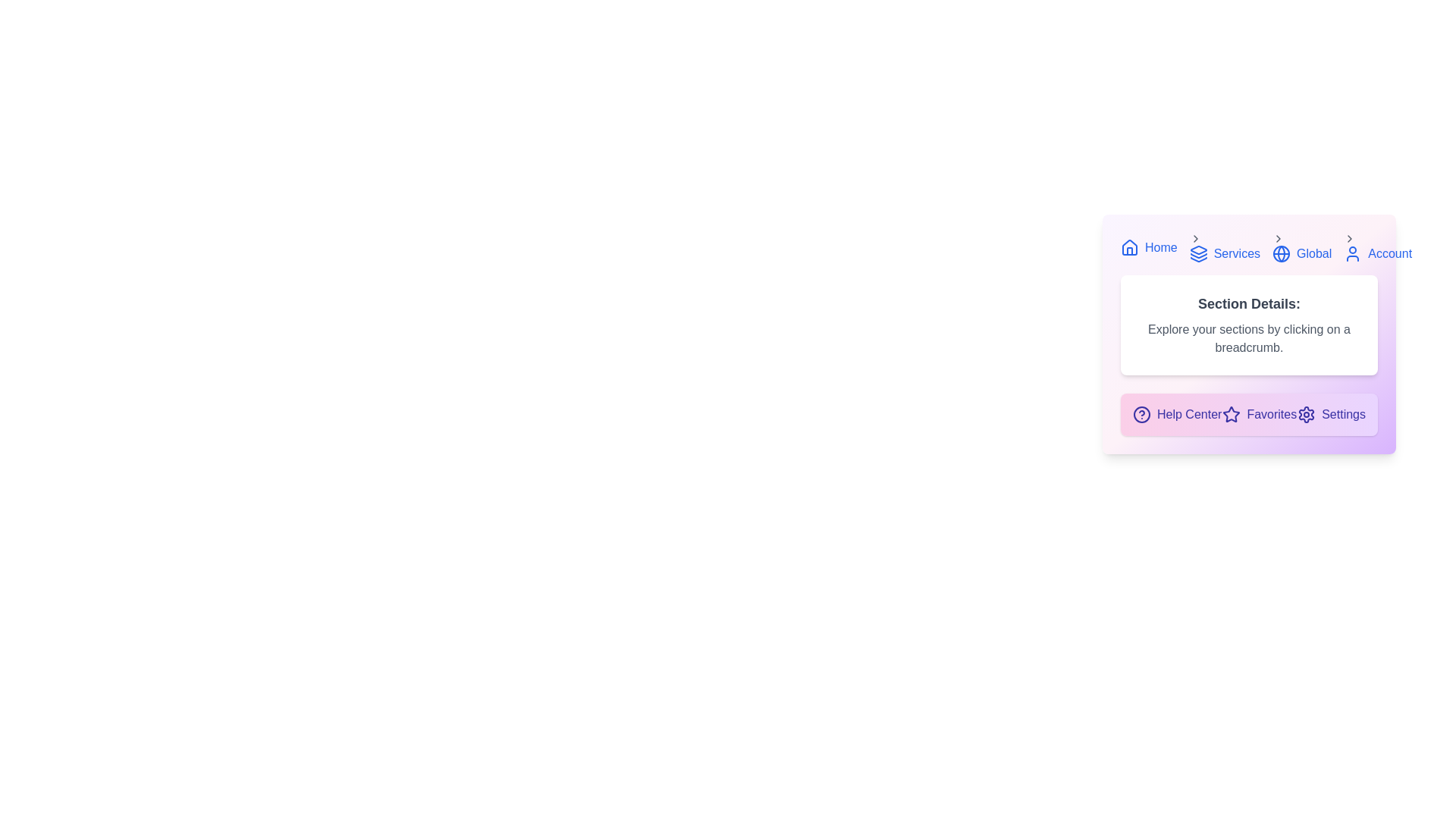  I want to click on the 'Global' text label in the breadcrumb navigation, so click(1313, 253).